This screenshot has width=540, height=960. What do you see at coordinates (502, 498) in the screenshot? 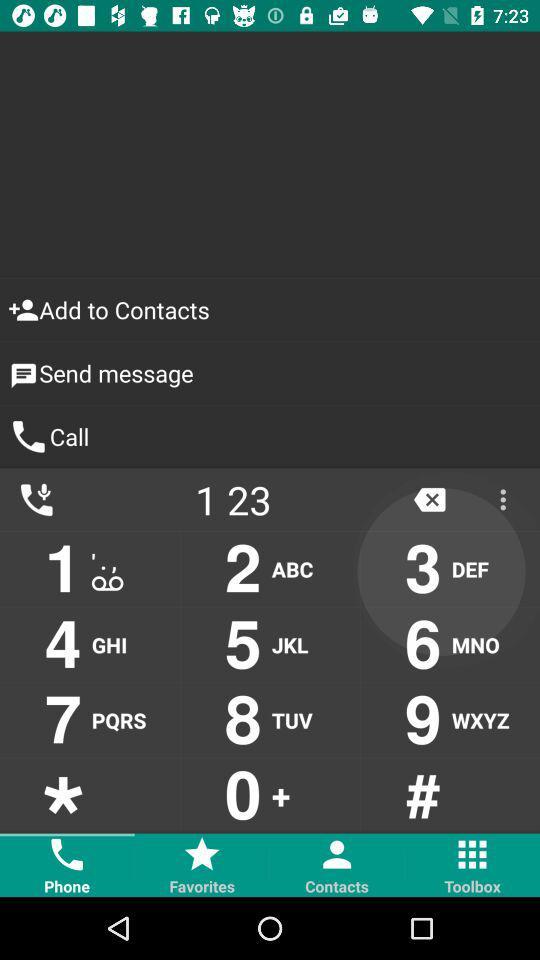
I see `the more icon` at bounding box center [502, 498].